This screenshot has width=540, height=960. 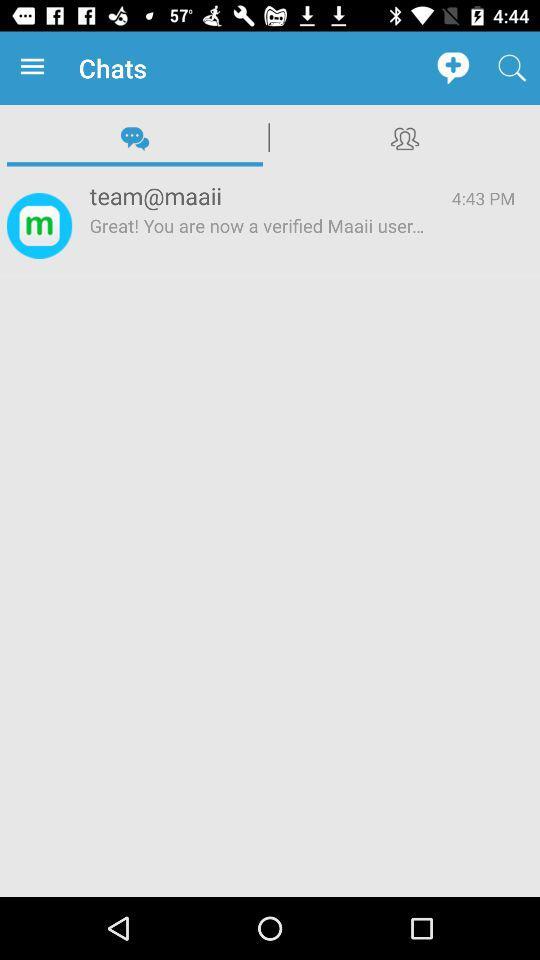 What do you see at coordinates (258, 244) in the screenshot?
I see `icon next to 4:43 pm app` at bounding box center [258, 244].